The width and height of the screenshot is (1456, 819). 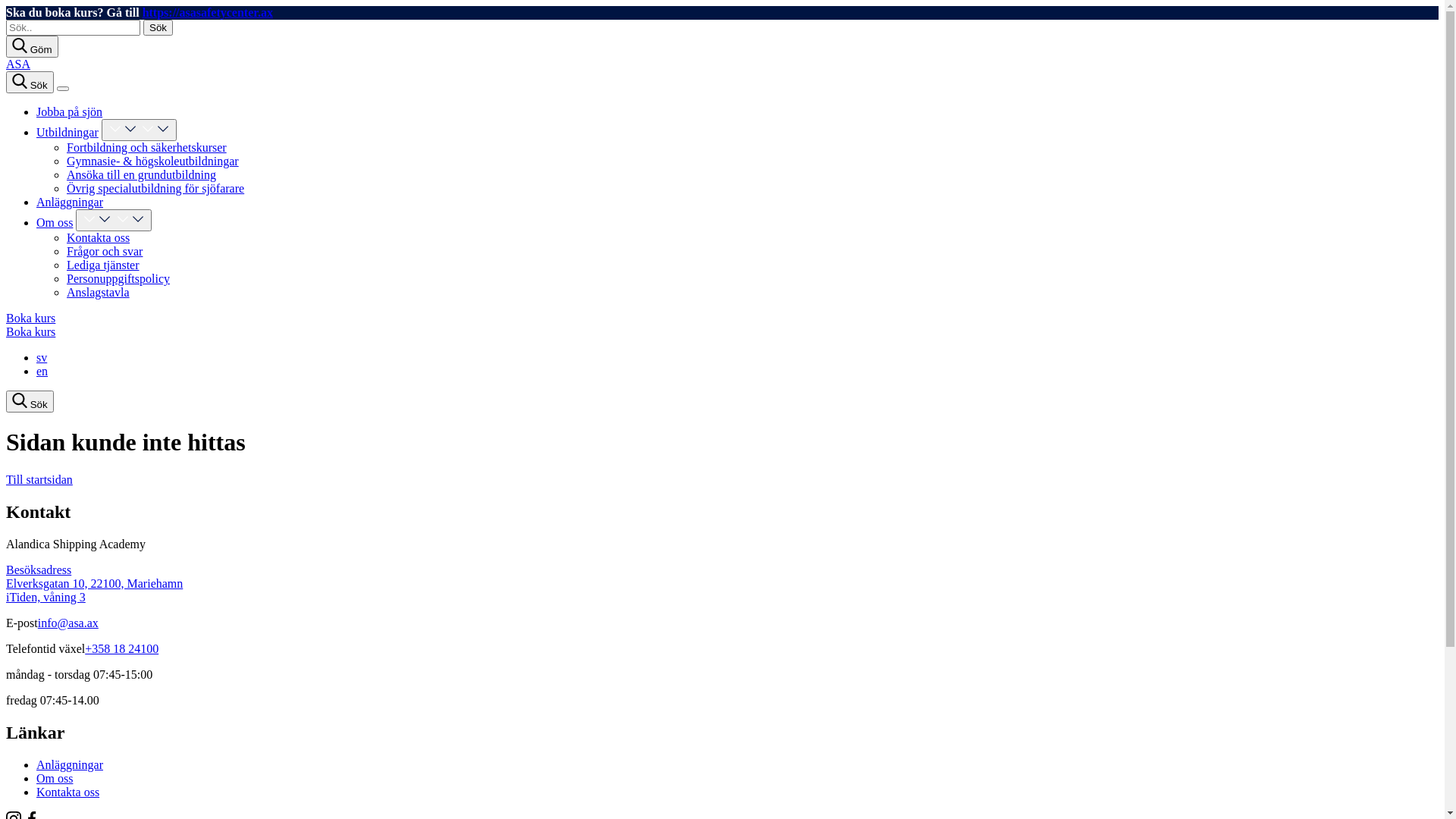 I want to click on 'Personuppgiftspolicy', so click(x=118, y=278).